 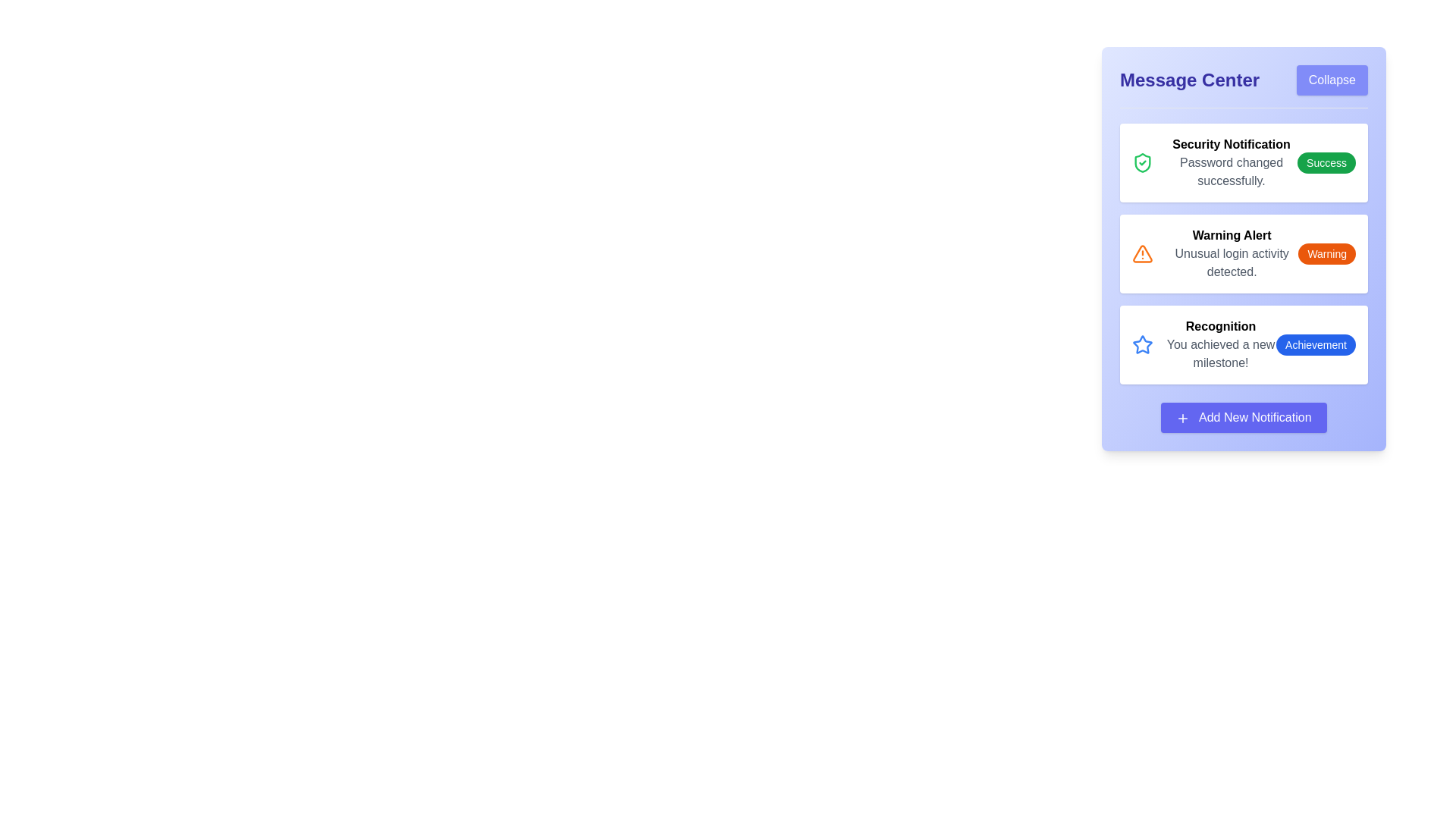 What do you see at coordinates (1232, 171) in the screenshot?
I see `the text label that displays 'Password changed successfully.' positioned below the 'Security Notification' title and adjacent to the 'Success' badge` at bounding box center [1232, 171].